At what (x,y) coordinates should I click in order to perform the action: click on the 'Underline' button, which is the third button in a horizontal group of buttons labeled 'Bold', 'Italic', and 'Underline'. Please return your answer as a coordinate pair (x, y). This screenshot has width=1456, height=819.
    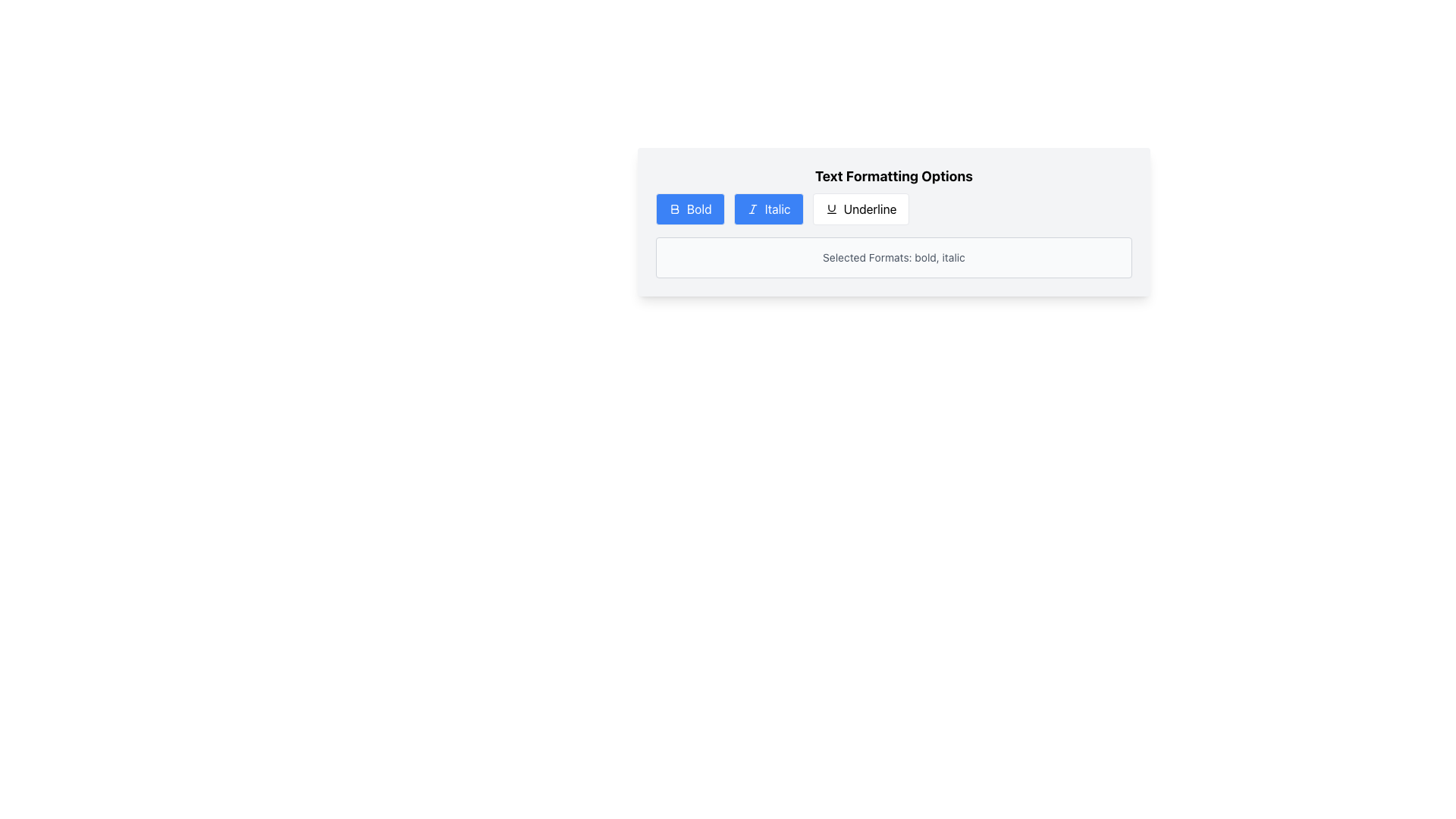
    Looking at the image, I should click on (861, 209).